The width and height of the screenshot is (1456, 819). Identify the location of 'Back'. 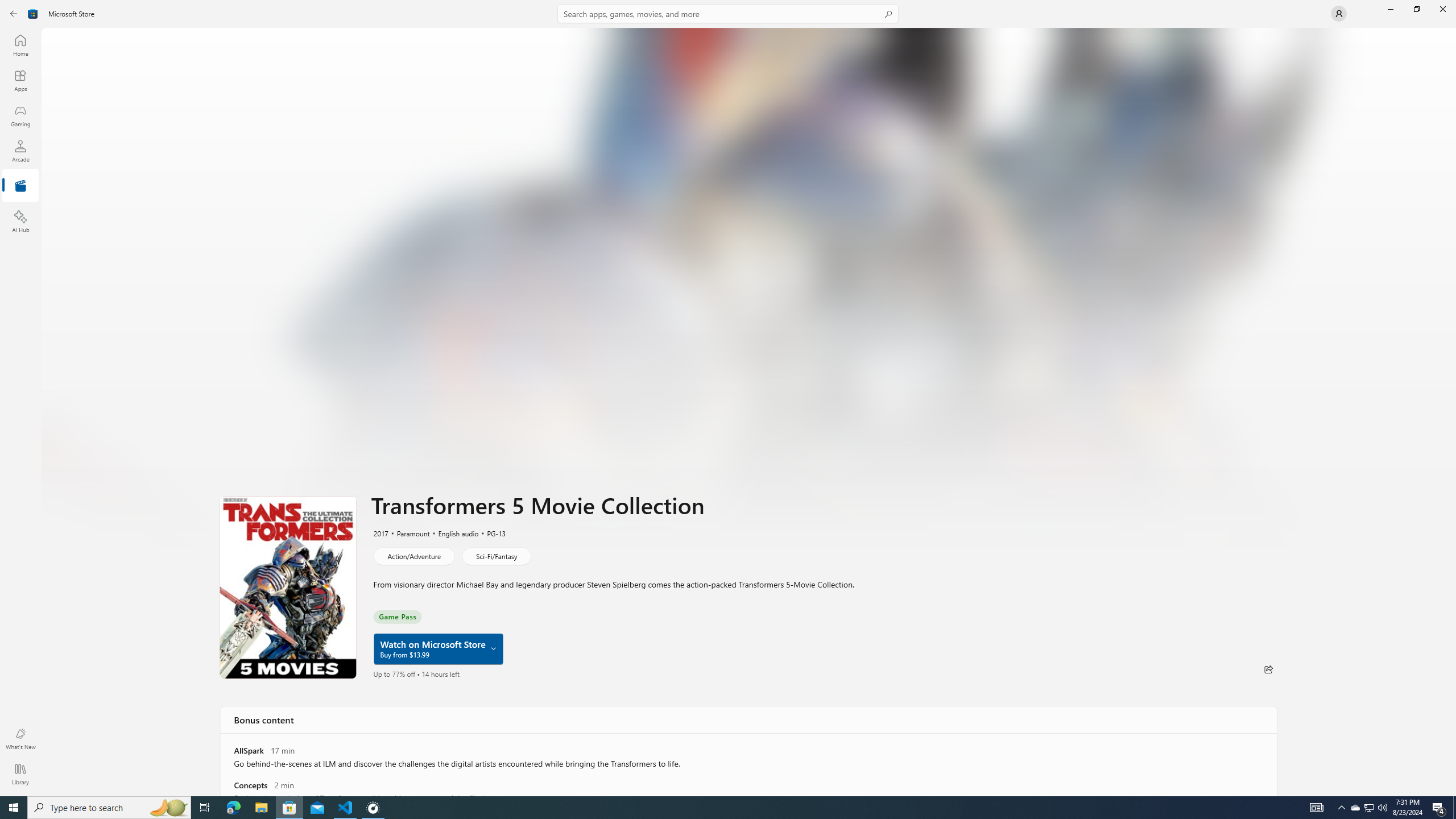
(14, 13).